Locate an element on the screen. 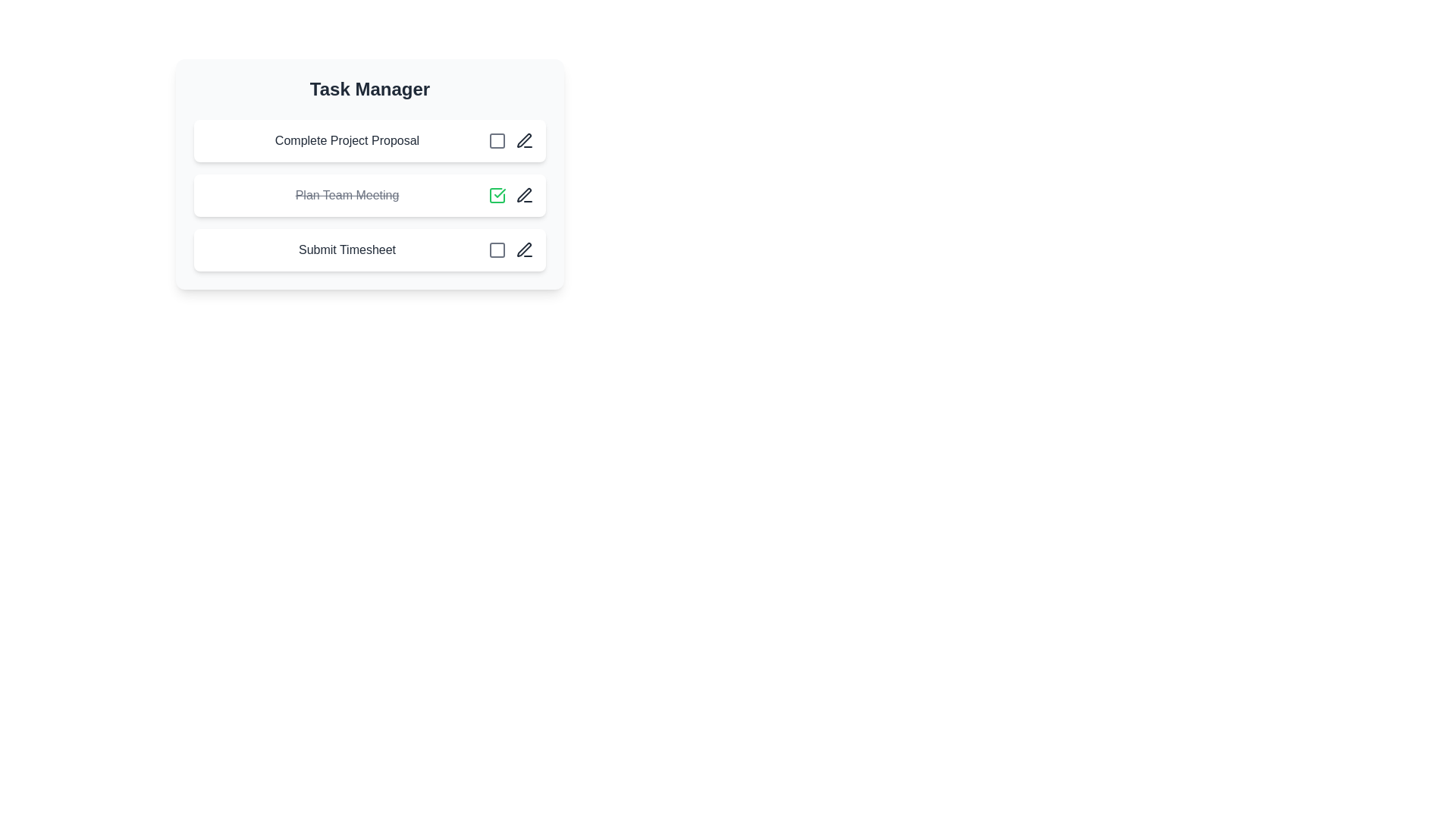 Image resolution: width=1456 pixels, height=819 pixels. the text label displaying 'Submit Timesheet' located in the 'Task Manager' section, positioned below 'Plan Team Meeting' is located at coordinates (346, 249).